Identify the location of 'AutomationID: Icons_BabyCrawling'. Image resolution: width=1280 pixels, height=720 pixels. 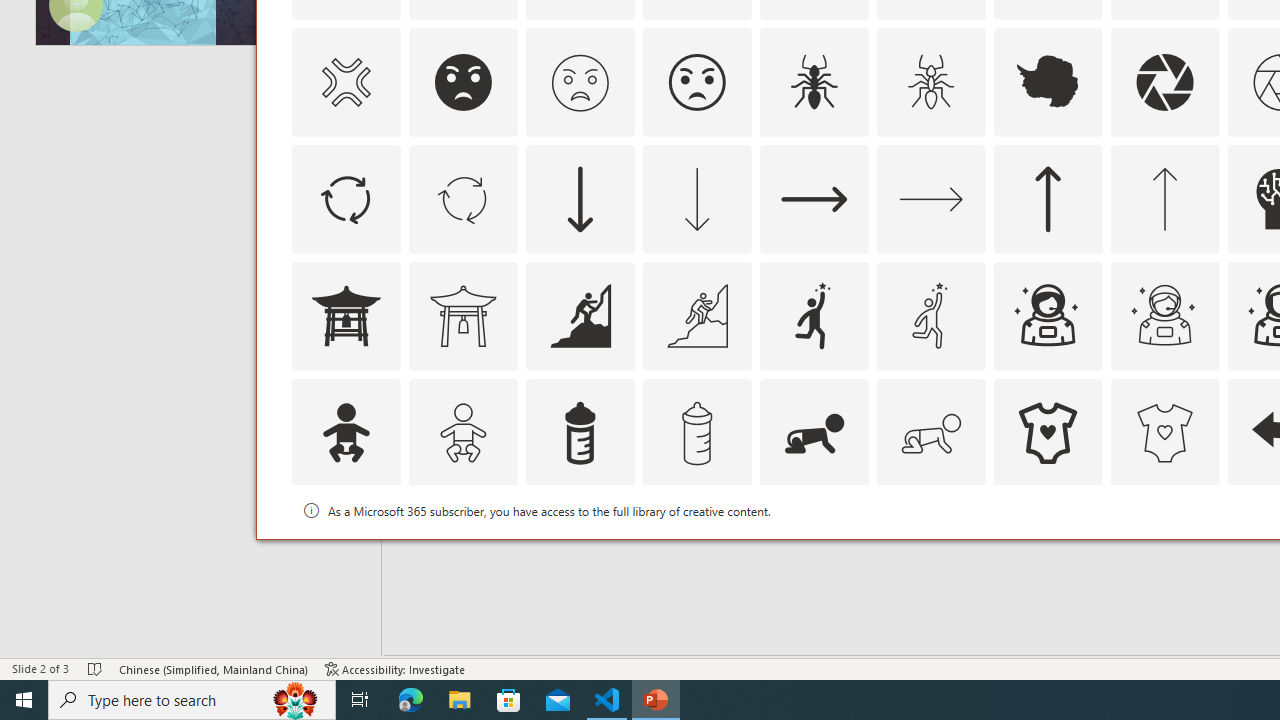
(814, 431).